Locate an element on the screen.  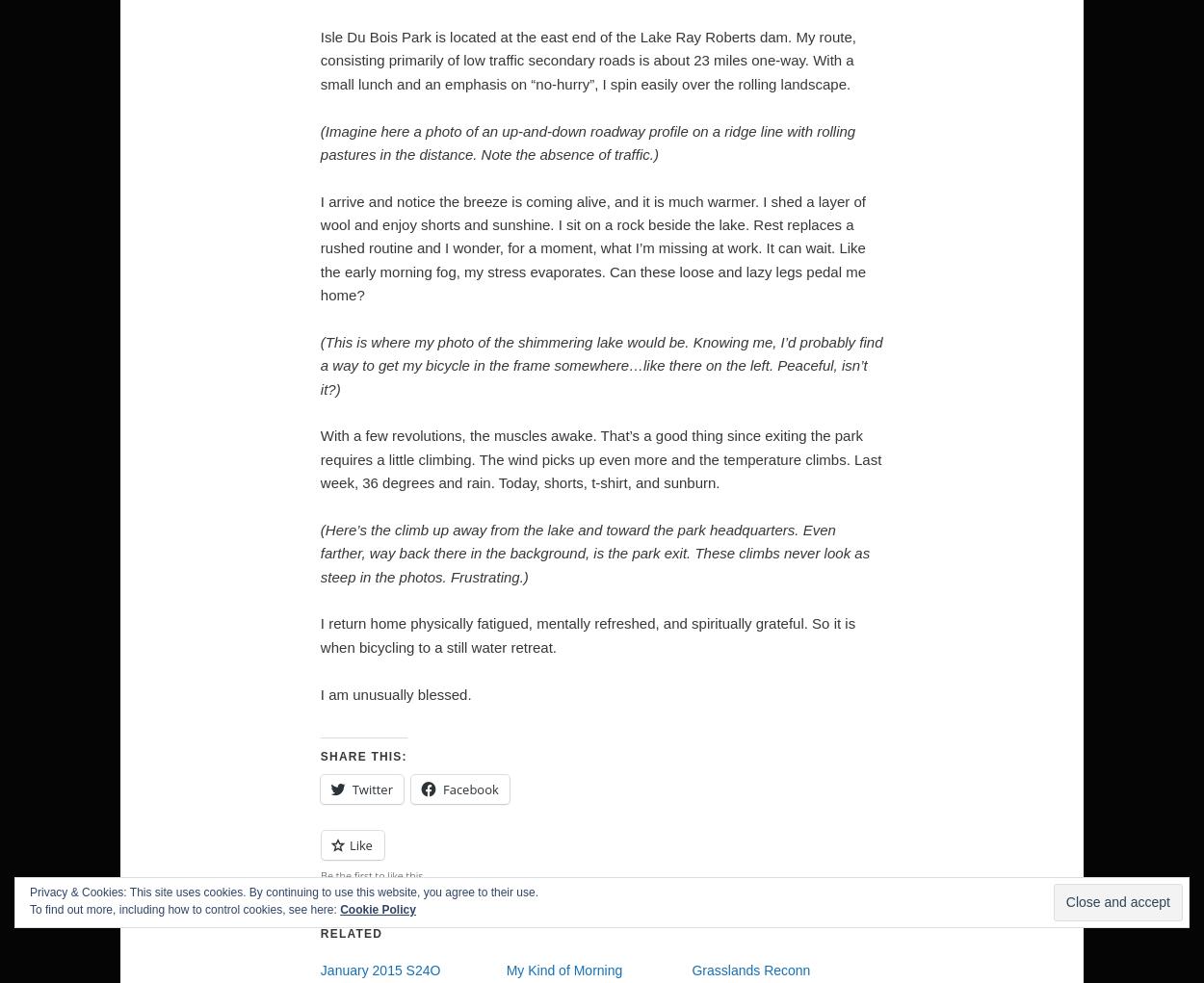
'I arrive and notice the breeze is coming alive, and it is much warmer.  I shed a layer of wool and enjoy shorts and sunshine.  I sit on a rock beside the lake.  Rest replaces a rushed routine and I wonder, for a moment, what I’m missing at work.  It can wait.  Like the early morning fog, my stress evaporates.  Can these loose and lazy legs pedal me home?' is located at coordinates (591, 246).